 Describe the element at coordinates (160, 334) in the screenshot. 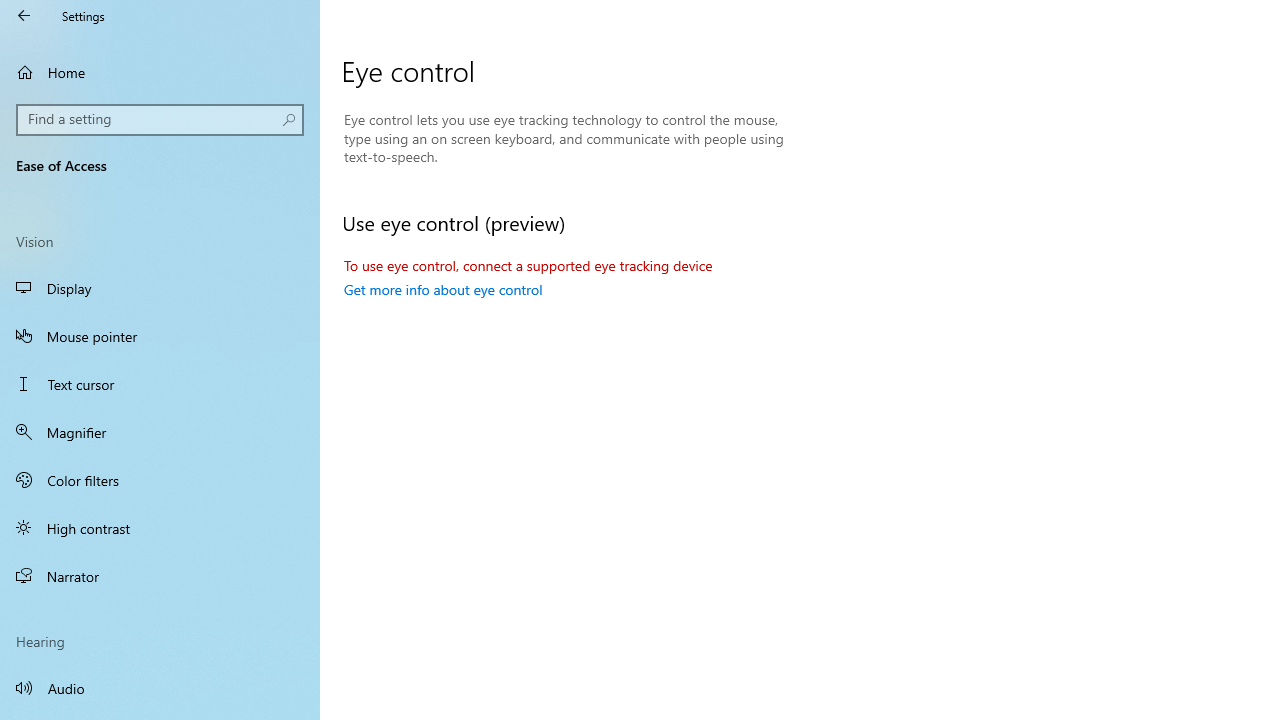

I see `'Mouse pointer'` at that location.